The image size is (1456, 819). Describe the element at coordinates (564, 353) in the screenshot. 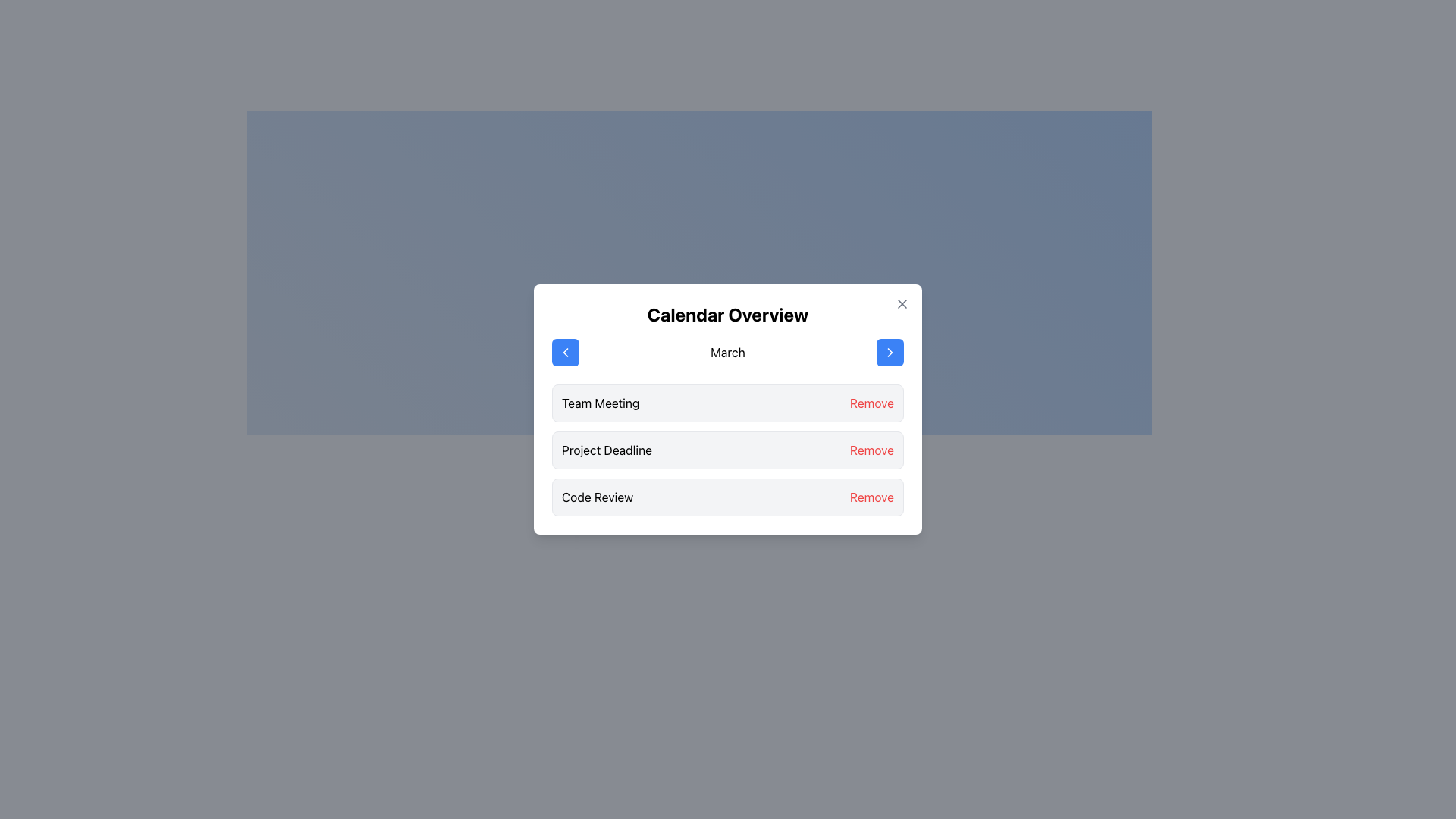

I see `the back navigation button located in the top-left corner of the white dialog box` at that location.